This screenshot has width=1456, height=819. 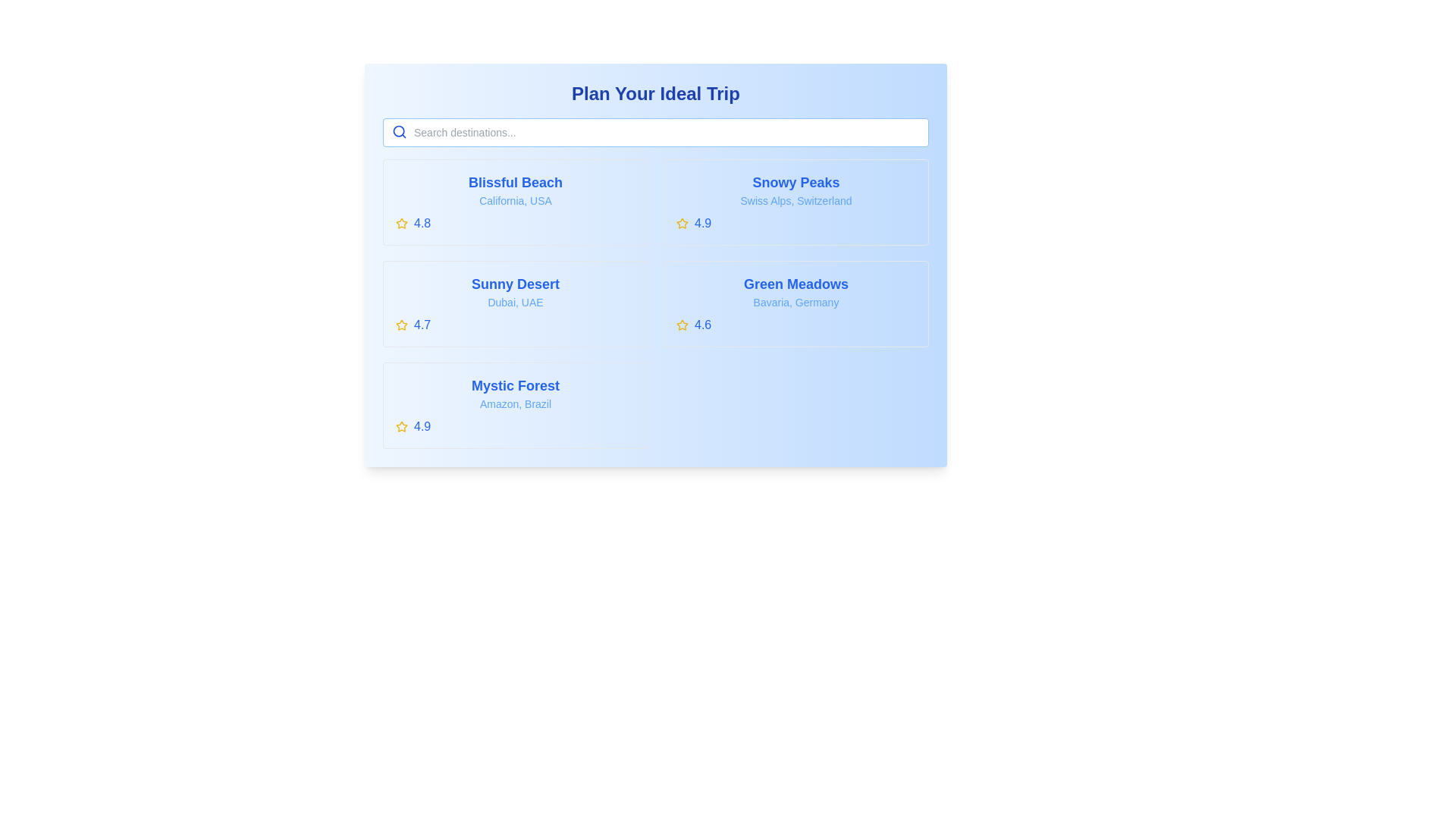 I want to click on the star icon representing the rating feature for the 'Sunny Desert, Dubai, UAE' card, located on the left side of the second row in the grid arrangement, so click(x=401, y=324).